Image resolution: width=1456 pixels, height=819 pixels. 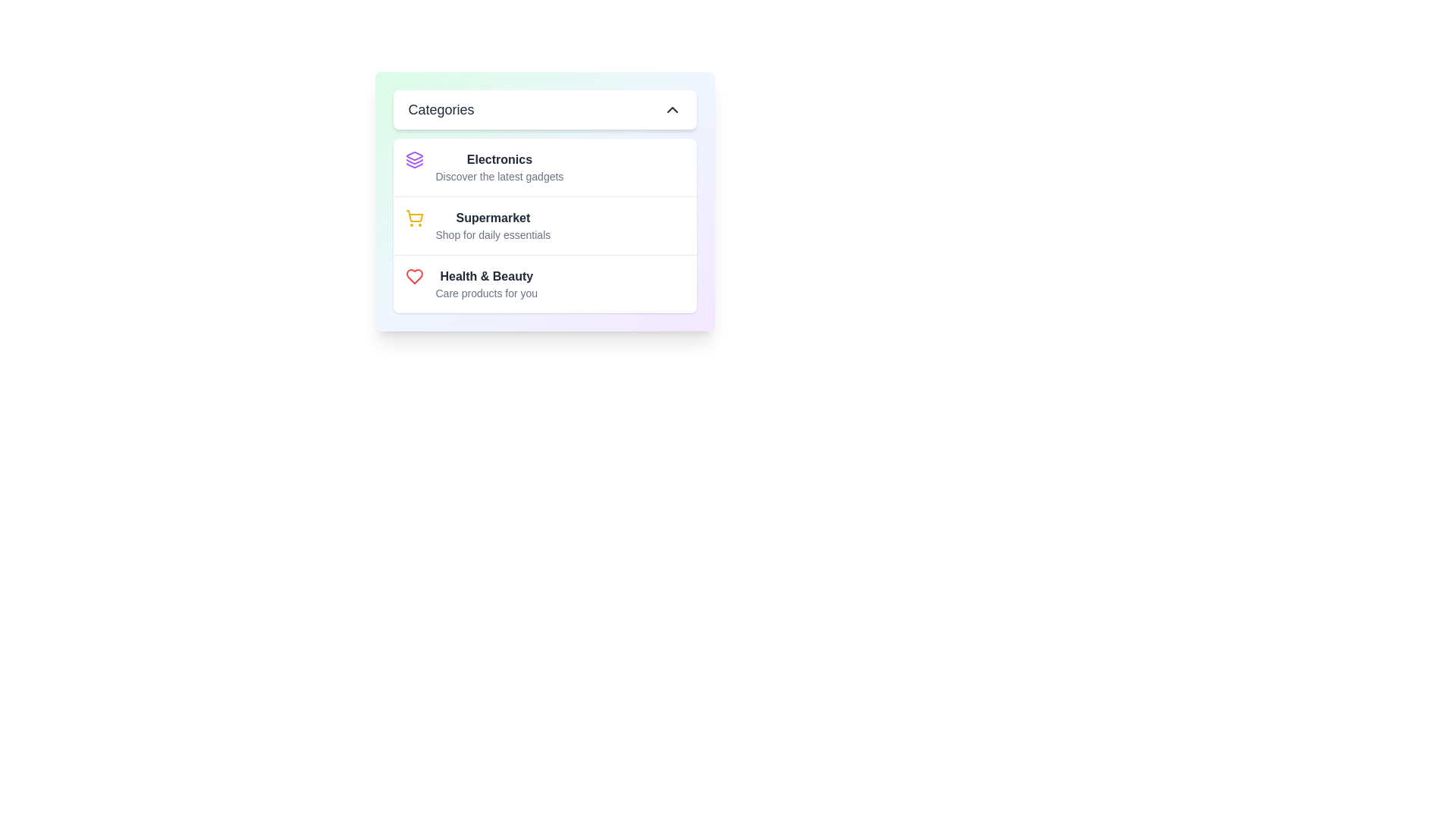 What do you see at coordinates (544, 225) in the screenshot?
I see `textual content of the second navigational option in the list, which is likely related to supermarket products or daily essentials, located between 'Electronics' and 'Health & Beauty'` at bounding box center [544, 225].